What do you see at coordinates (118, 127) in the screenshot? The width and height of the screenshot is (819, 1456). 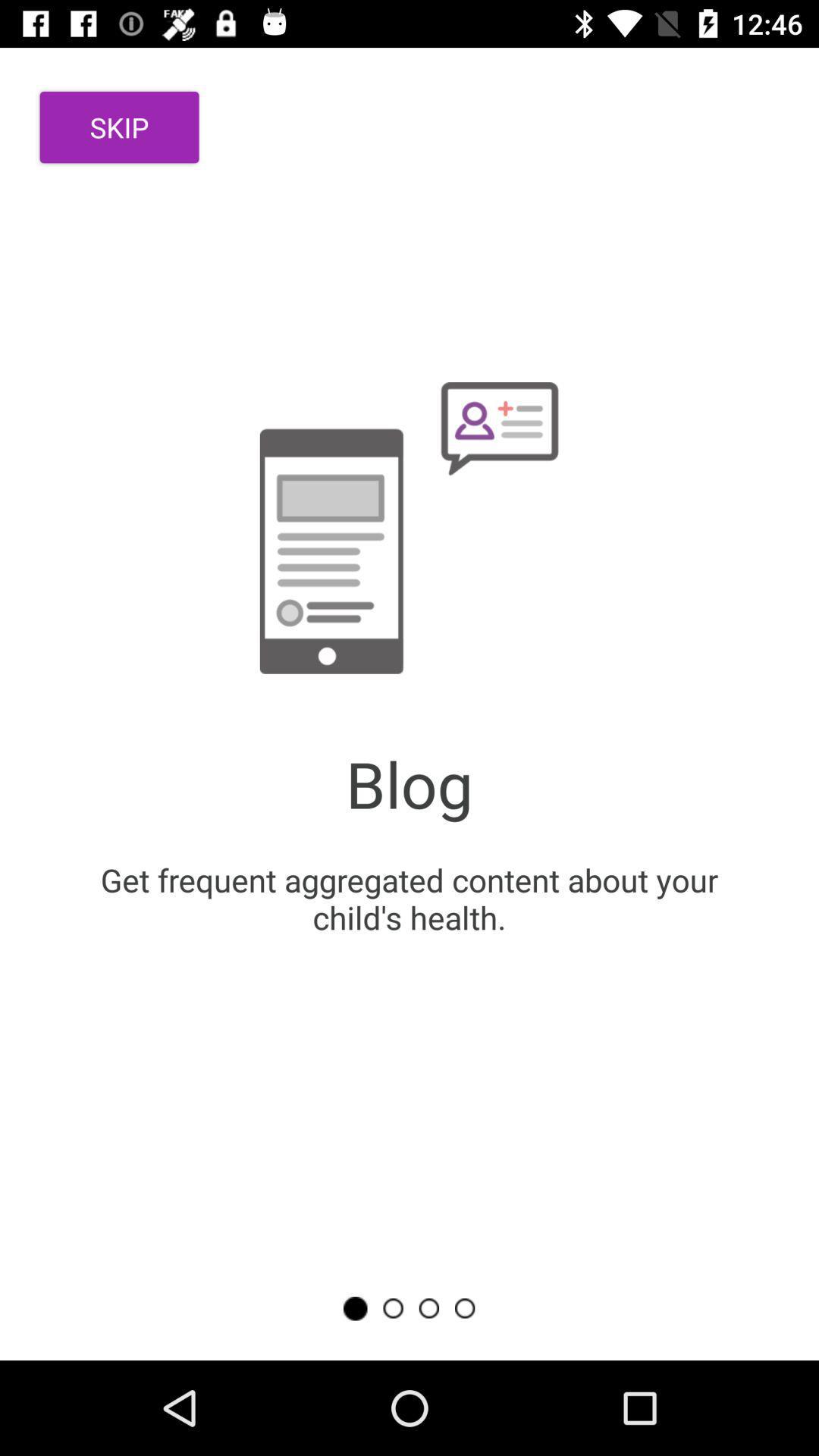 I see `item at the top left corner` at bounding box center [118, 127].